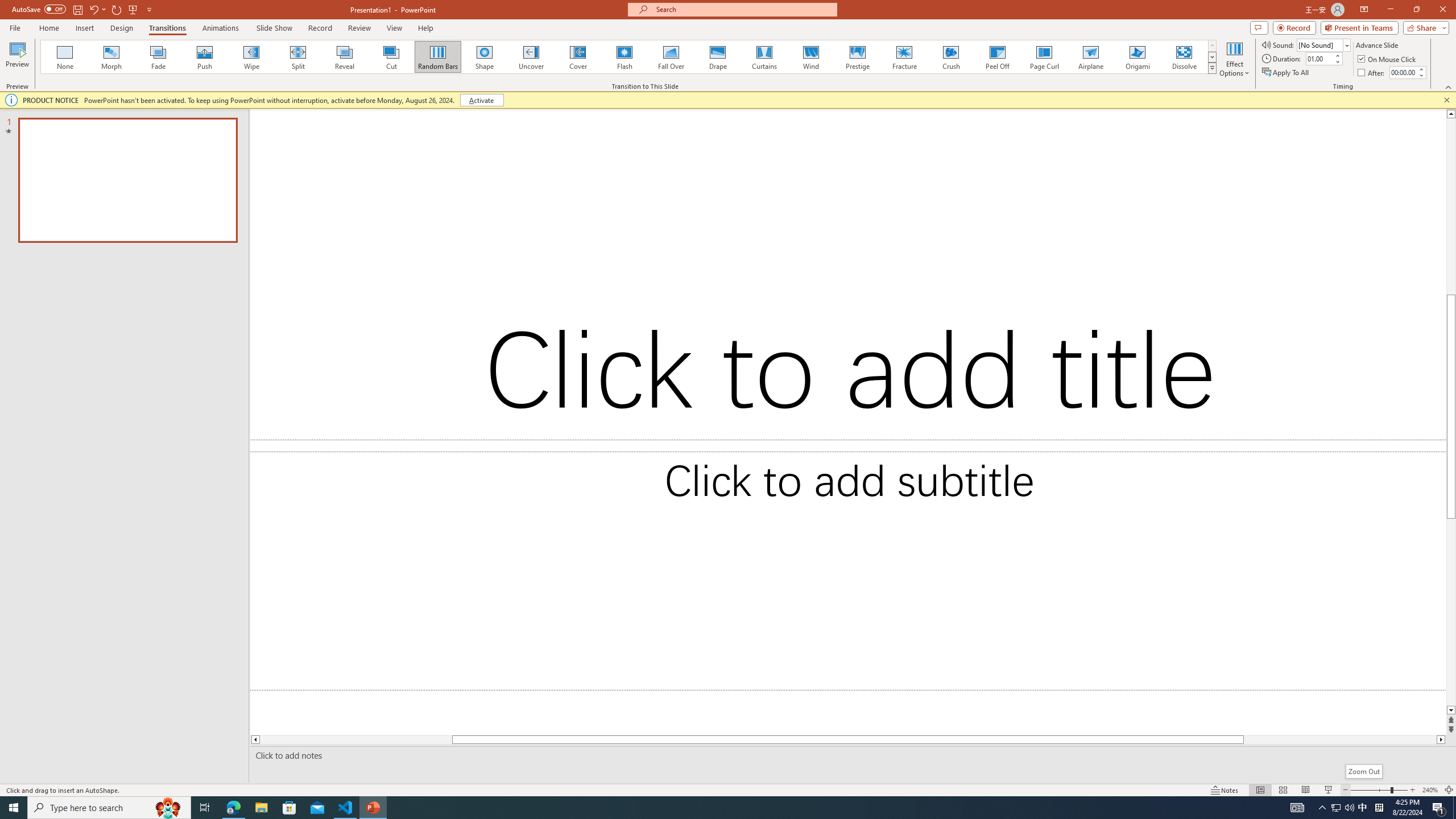  I want to click on 'Random Bars', so click(438, 56).